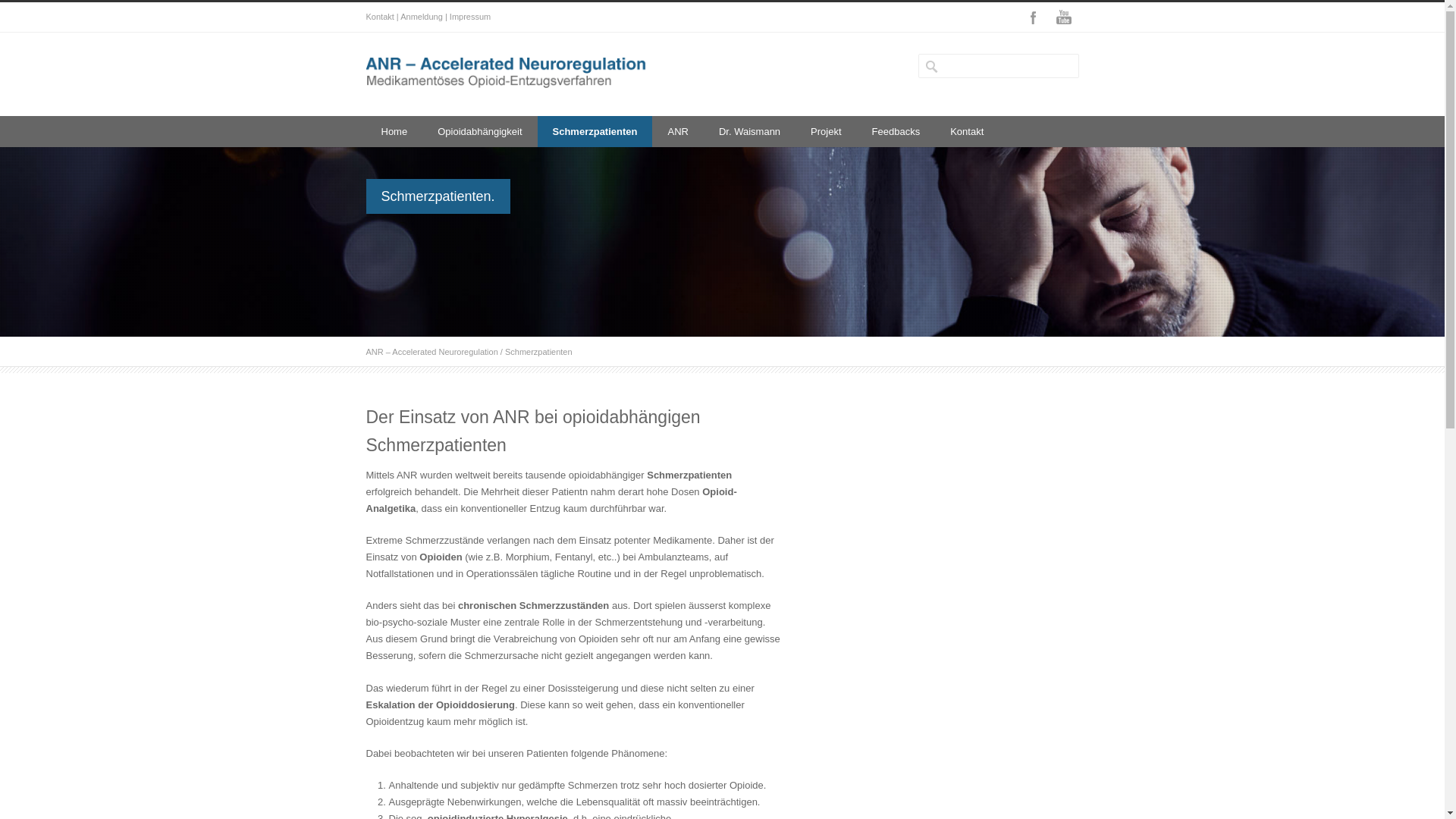 Image resolution: width=1456 pixels, height=819 pixels. Describe the element at coordinates (1032, 17) in the screenshot. I see `'Facebook'` at that location.